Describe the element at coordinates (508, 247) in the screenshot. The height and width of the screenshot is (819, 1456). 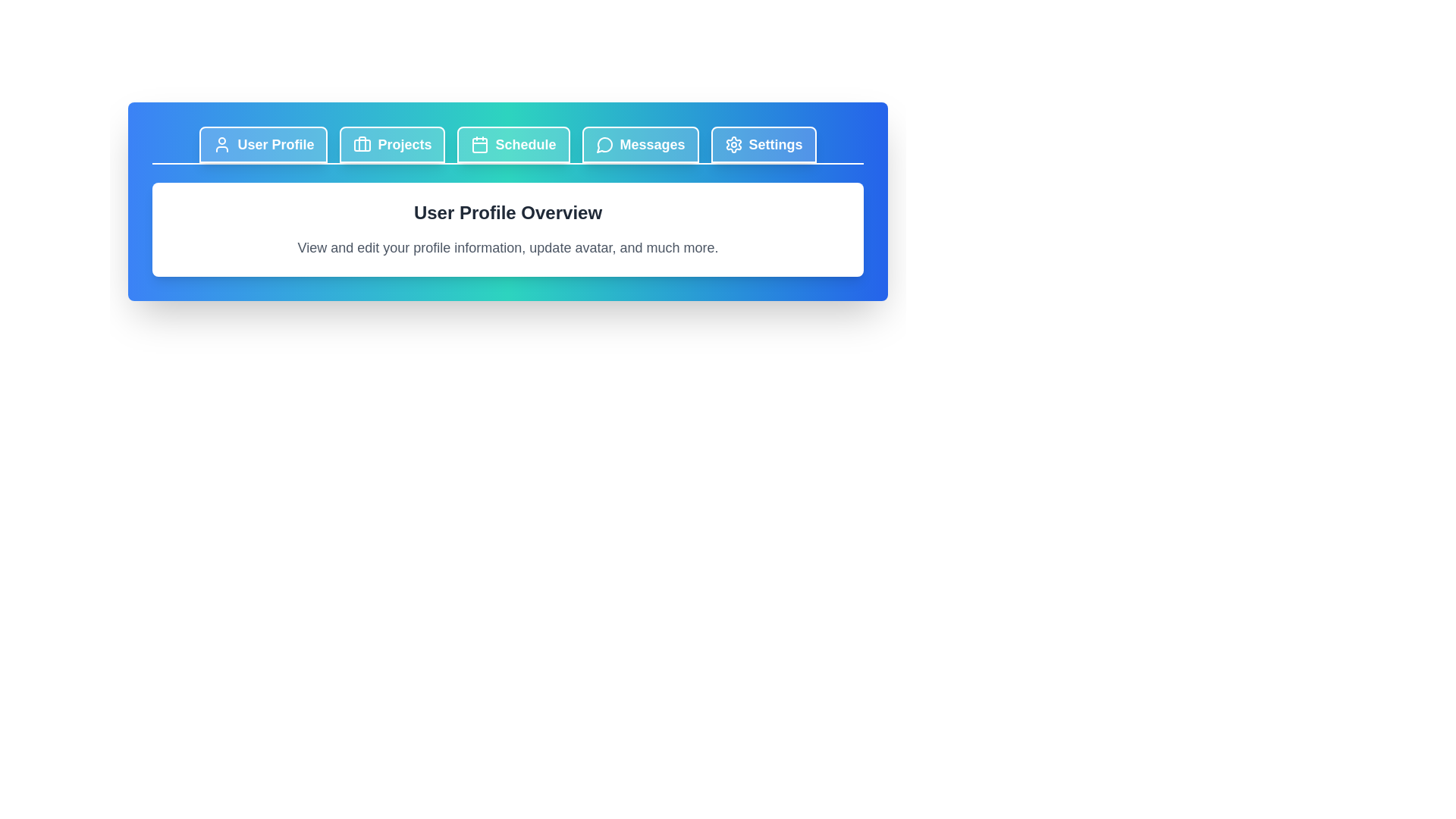
I see `the static text element displaying 'View and edit your profile information, update avatar, and much more.' which is located beneath the 'User Profile Overview' title` at that location.